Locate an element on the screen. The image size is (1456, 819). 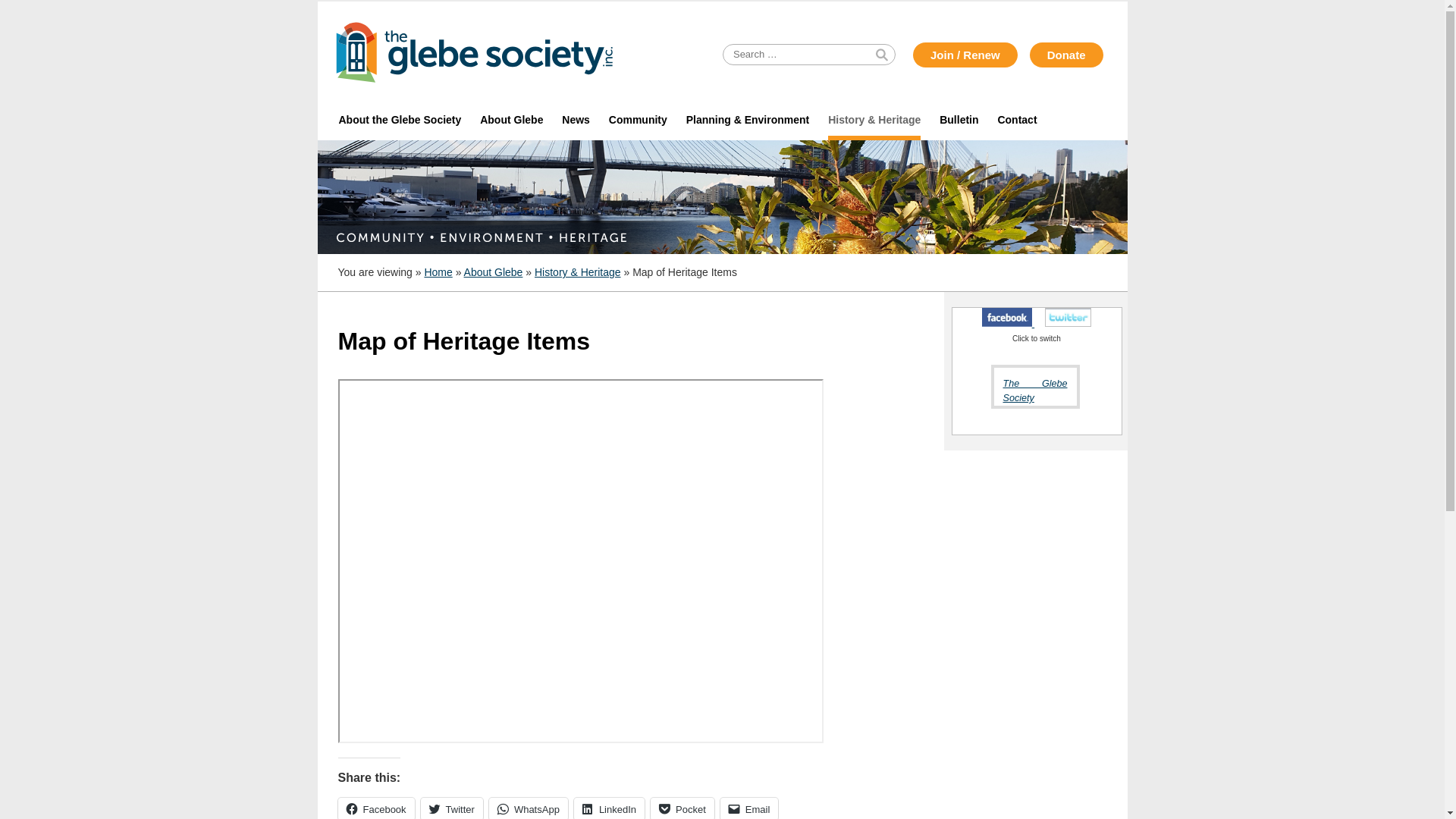
'News' is located at coordinates (575, 119).